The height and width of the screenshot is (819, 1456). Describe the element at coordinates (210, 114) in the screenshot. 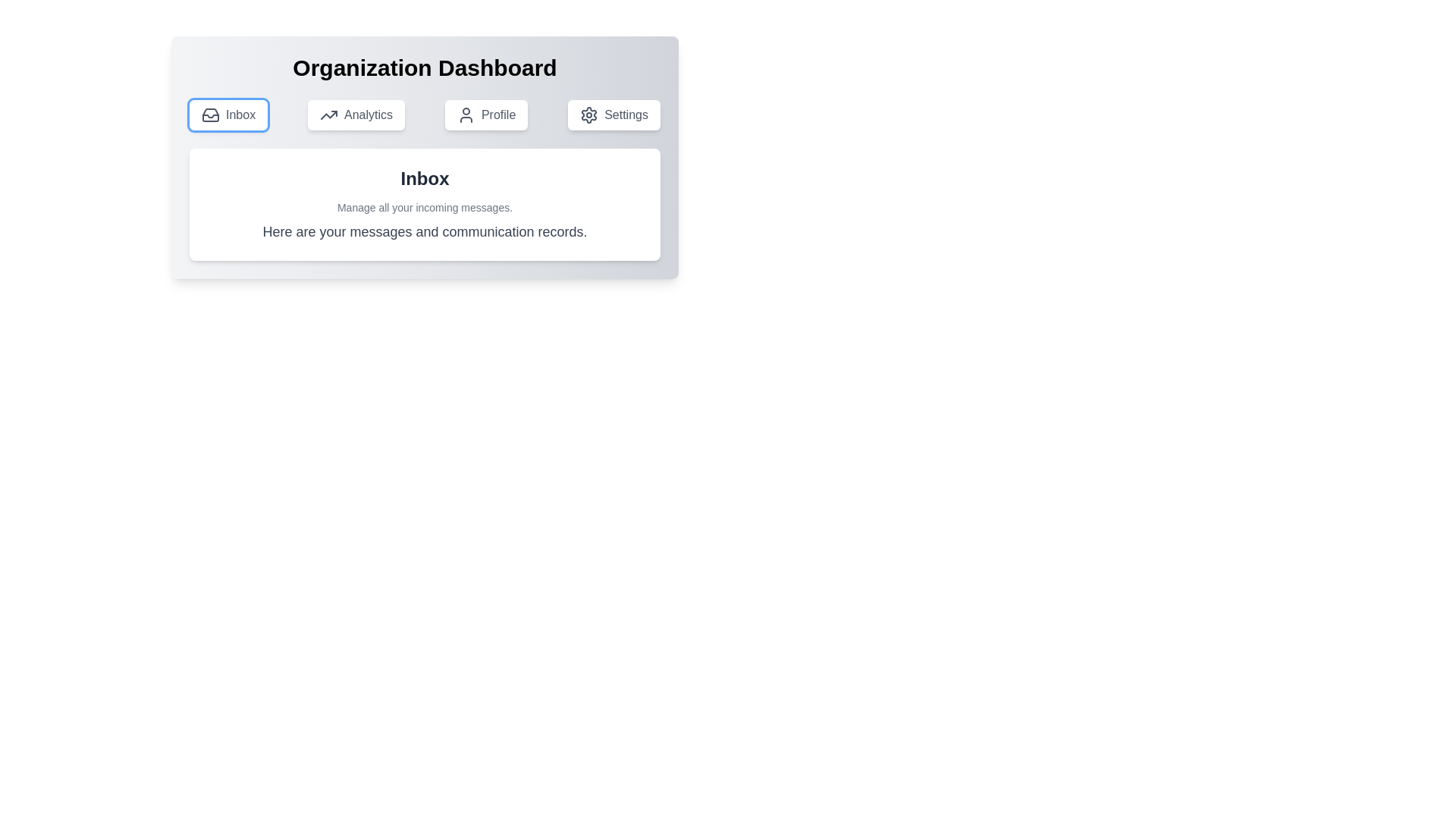

I see `the inbox icon located in the navigation bar` at that location.